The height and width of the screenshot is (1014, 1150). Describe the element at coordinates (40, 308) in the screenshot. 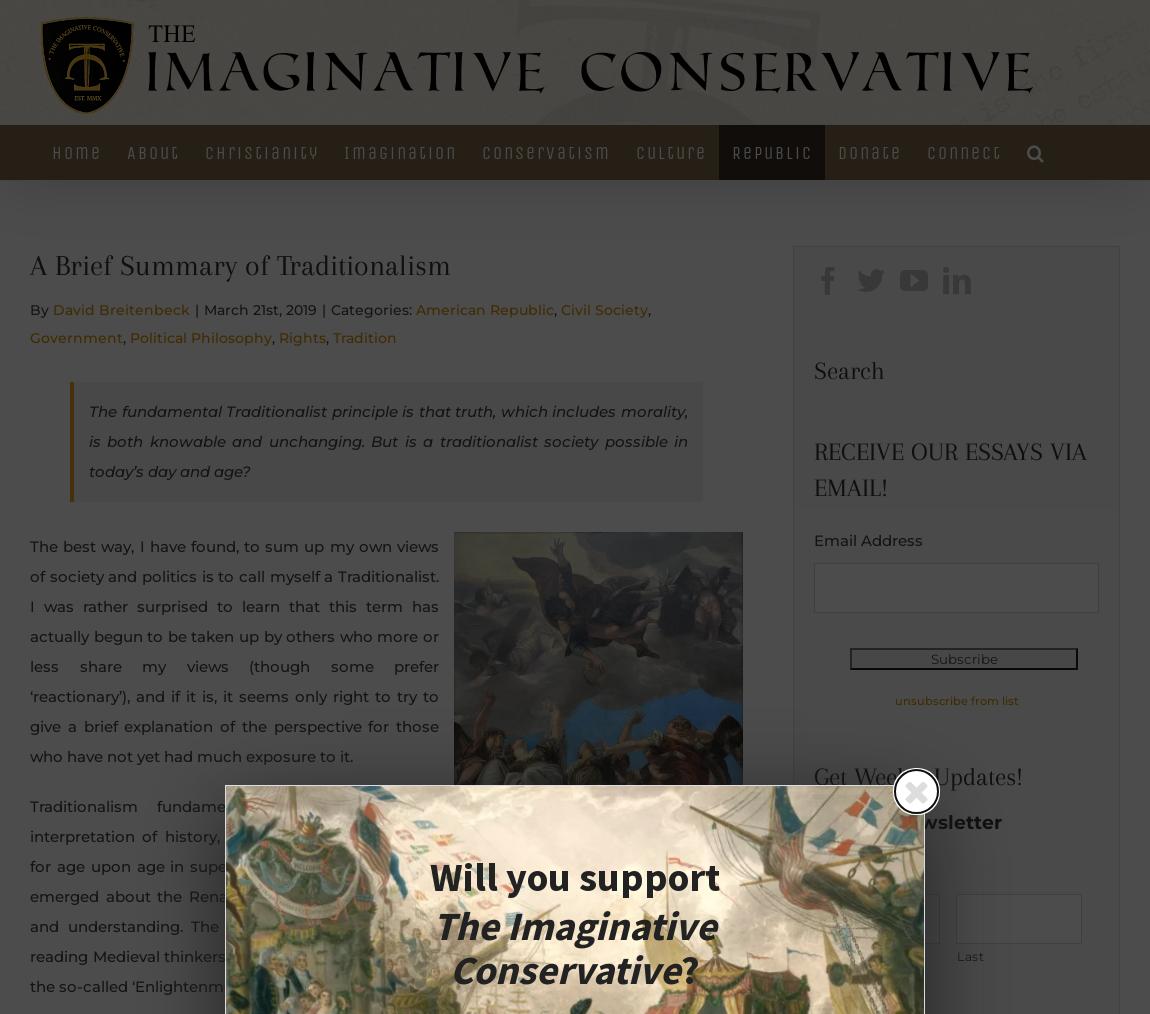

I see `'By'` at that location.